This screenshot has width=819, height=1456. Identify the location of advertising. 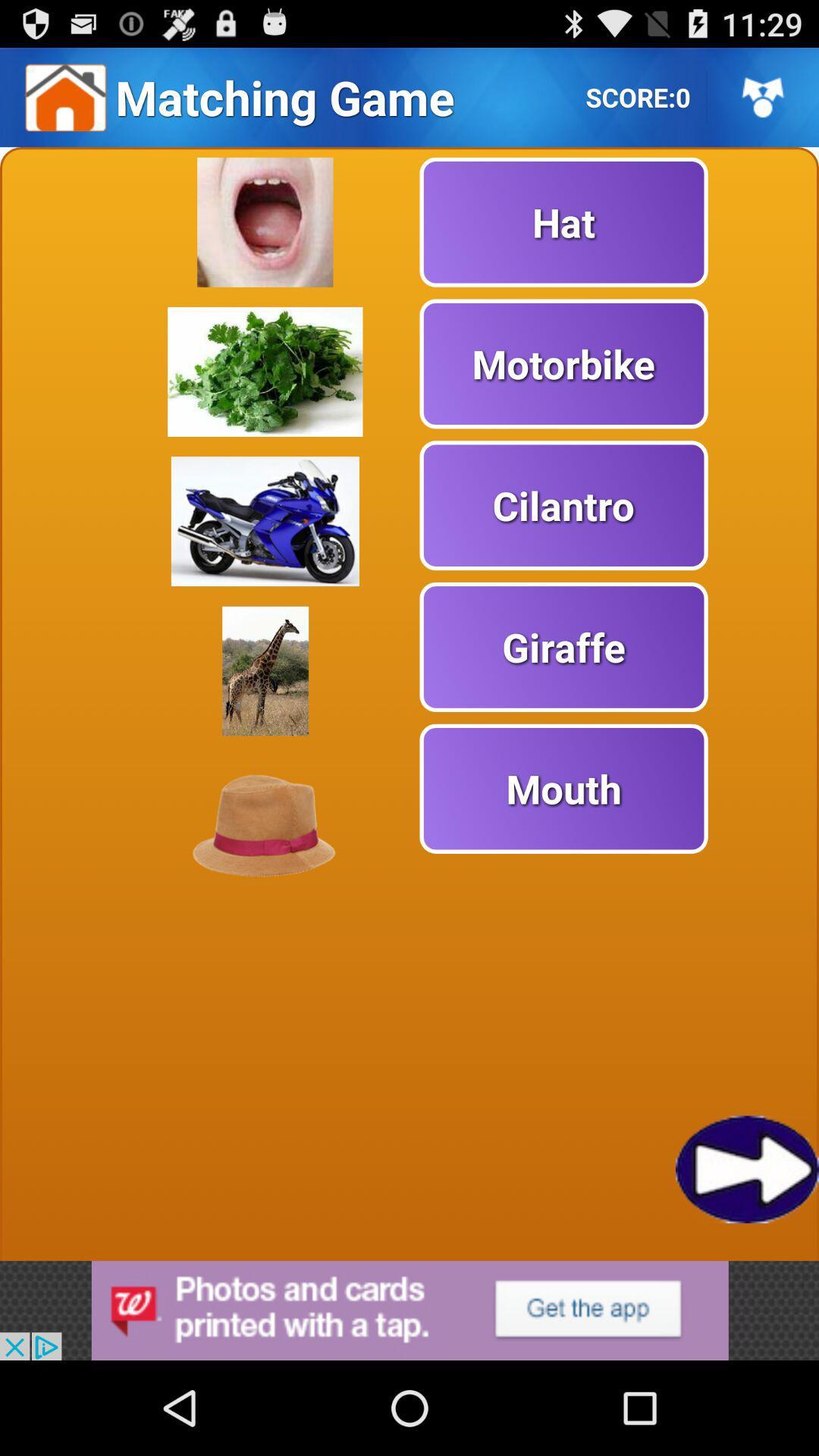
(409, 1310).